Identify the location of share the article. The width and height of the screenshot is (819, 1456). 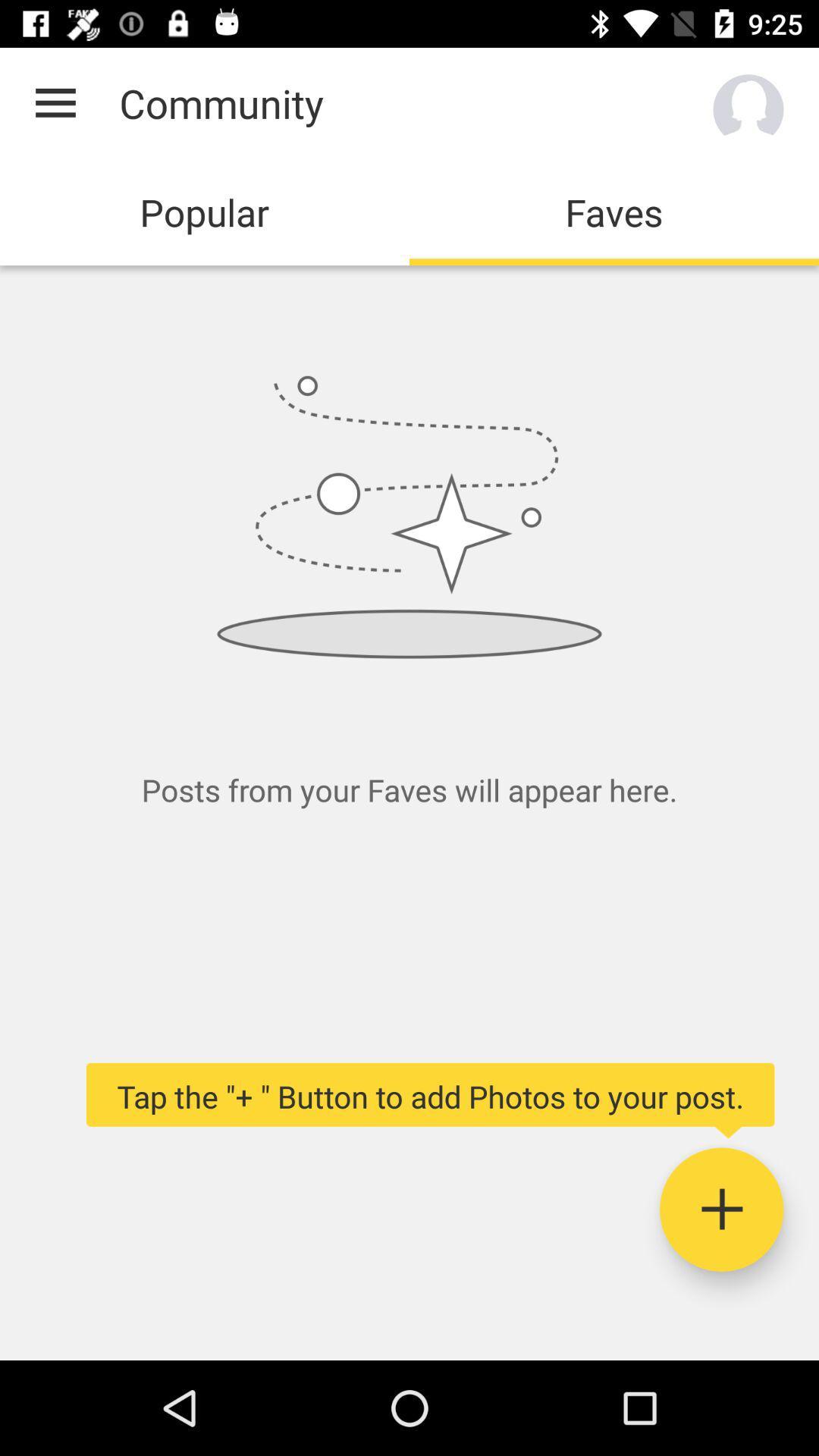
(720, 1209).